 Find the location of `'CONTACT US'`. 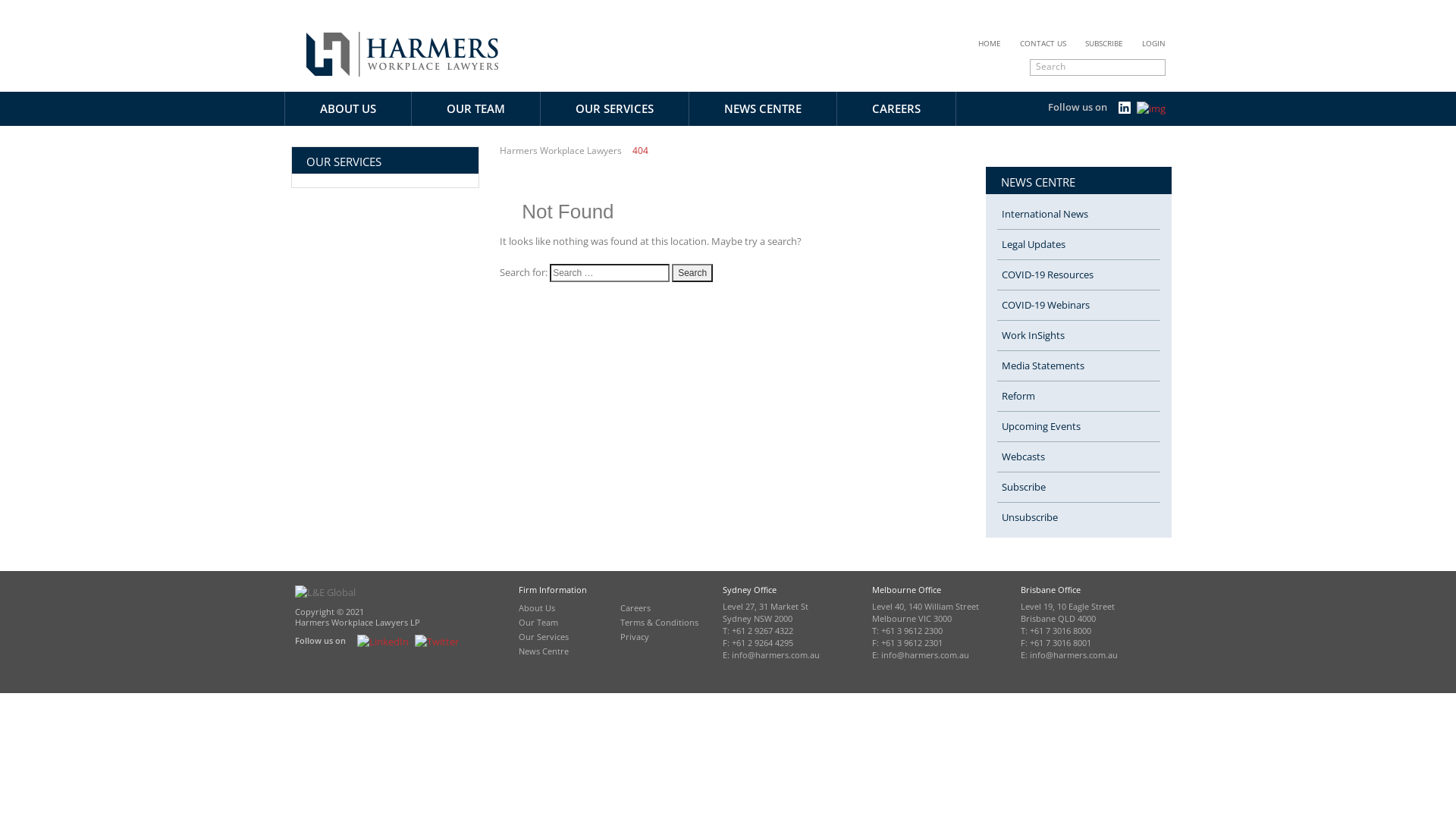

'CONTACT US' is located at coordinates (1042, 42).